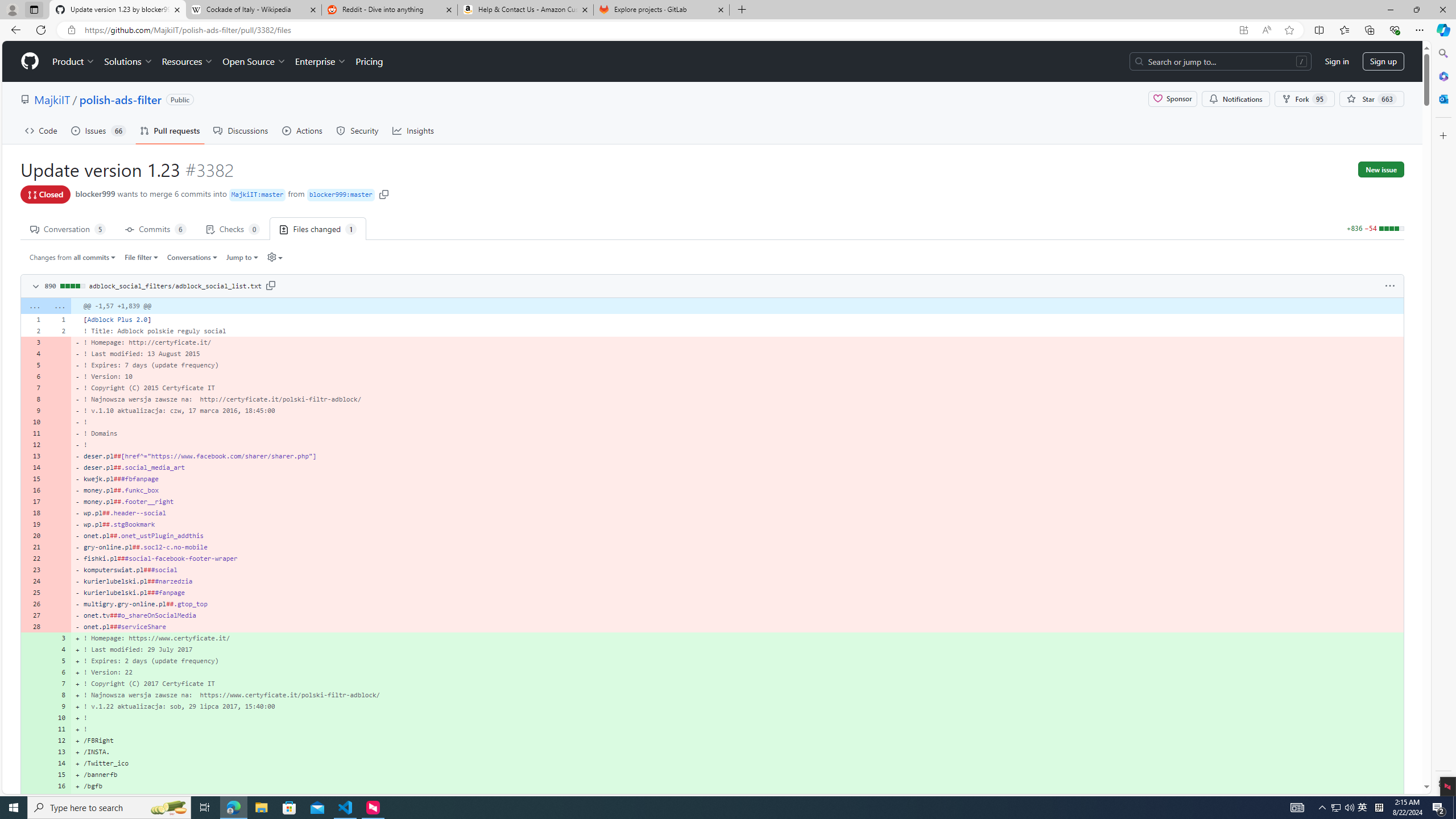 The height and width of the screenshot is (819, 1456). What do you see at coordinates (58, 751) in the screenshot?
I see `'13'` at bounding box center [58, 751].